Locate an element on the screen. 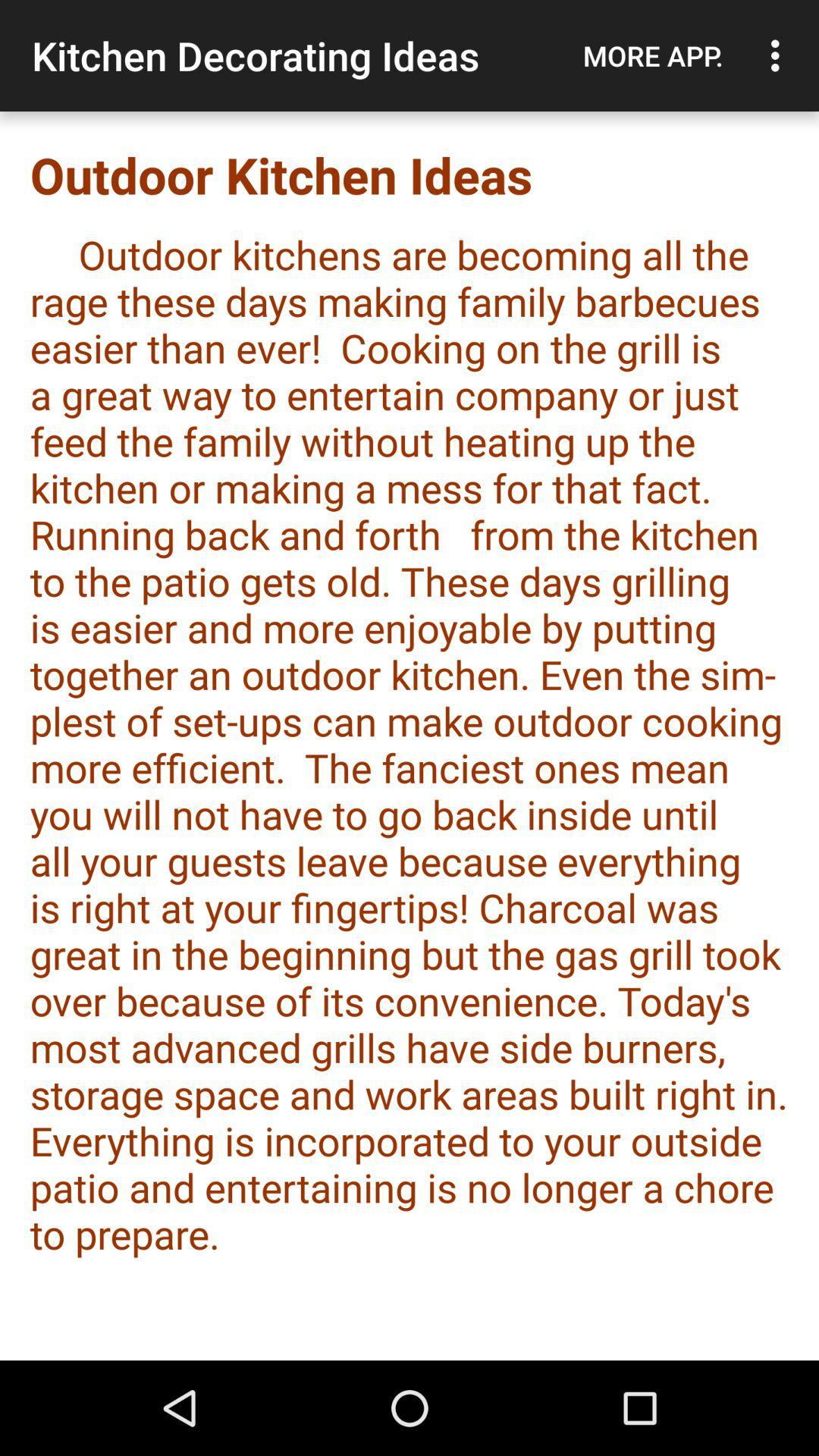  the icon next to the kitchen decorating ideas icon is located at coordinates (652, 55).